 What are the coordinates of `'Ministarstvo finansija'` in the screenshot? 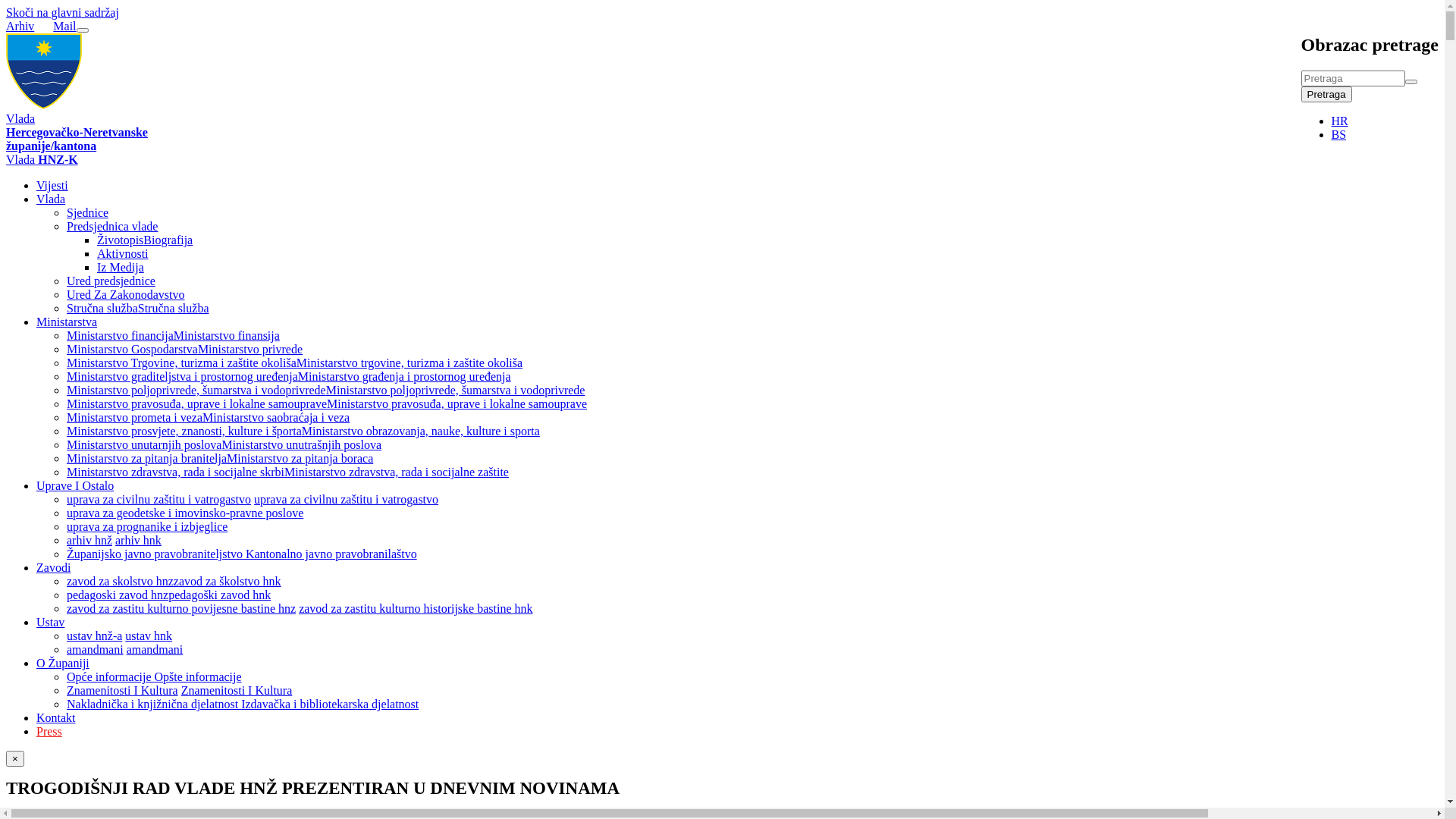 It's located at (225, 334).